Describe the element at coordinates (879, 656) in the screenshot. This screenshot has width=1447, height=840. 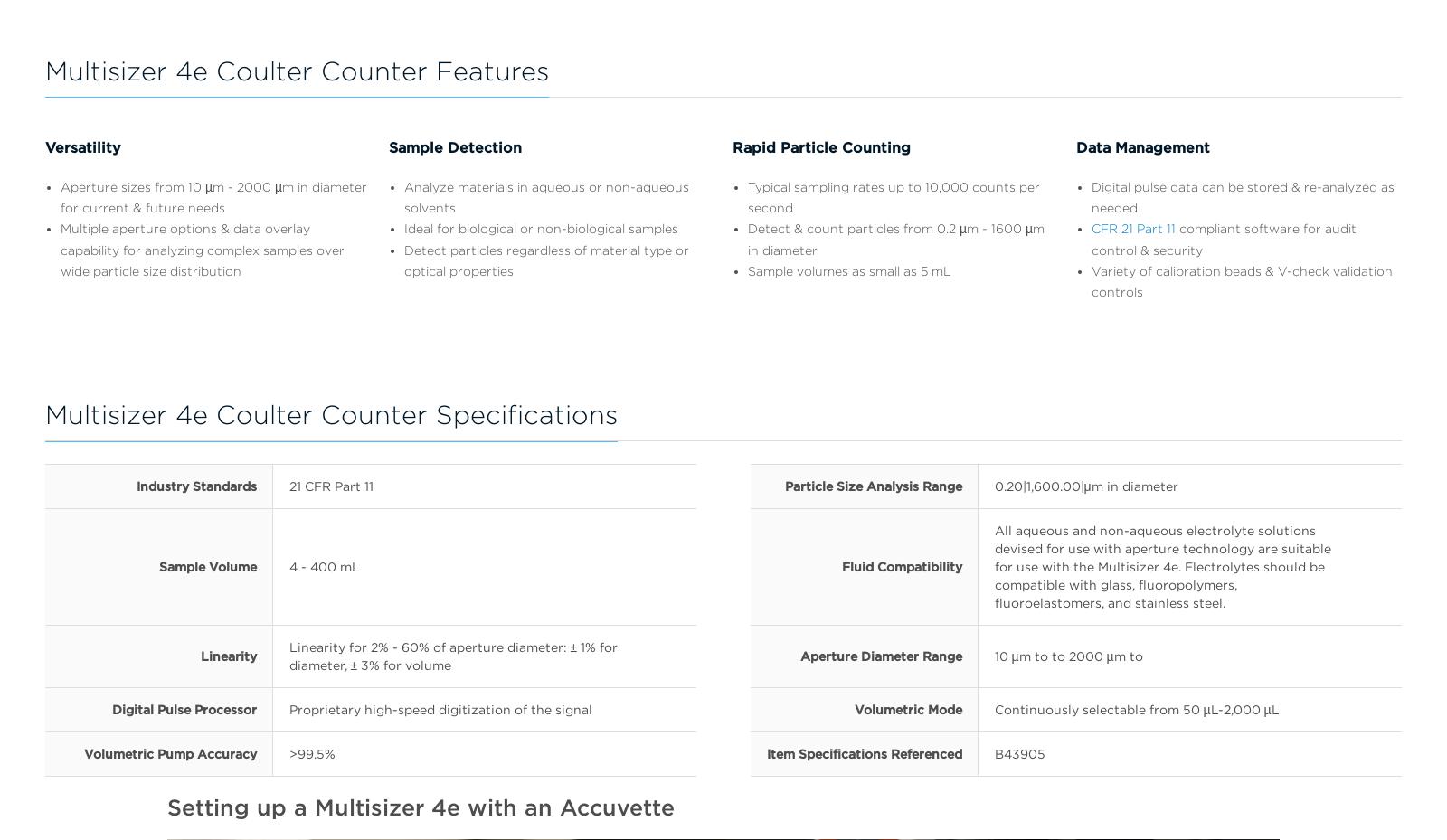
I see `'Aperture Diameter Range'` at that location.